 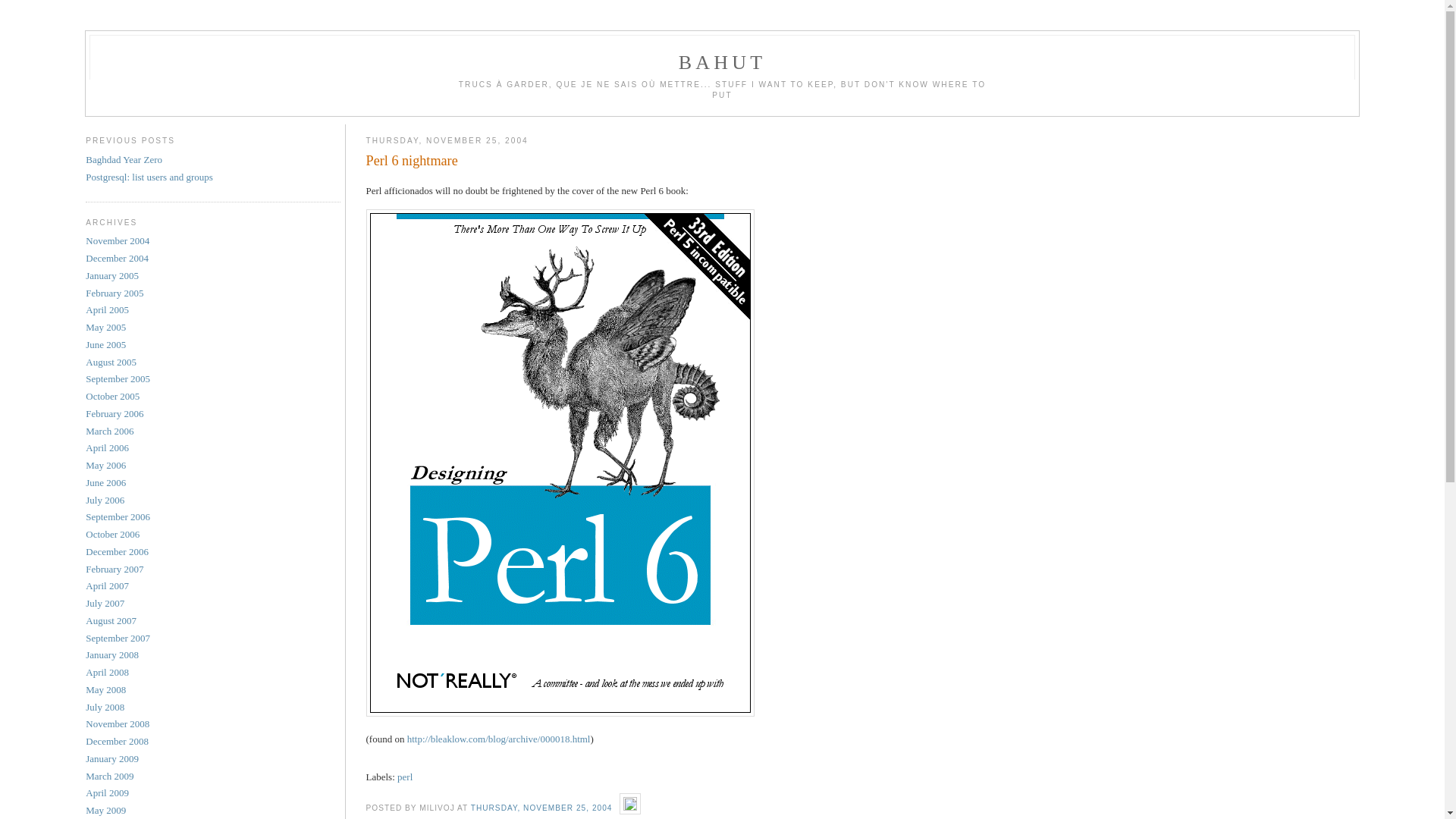 What do you see at coordinates (111, 275) in the screenshot?
I see `'January 2005'` at bounding box center [111, 275].